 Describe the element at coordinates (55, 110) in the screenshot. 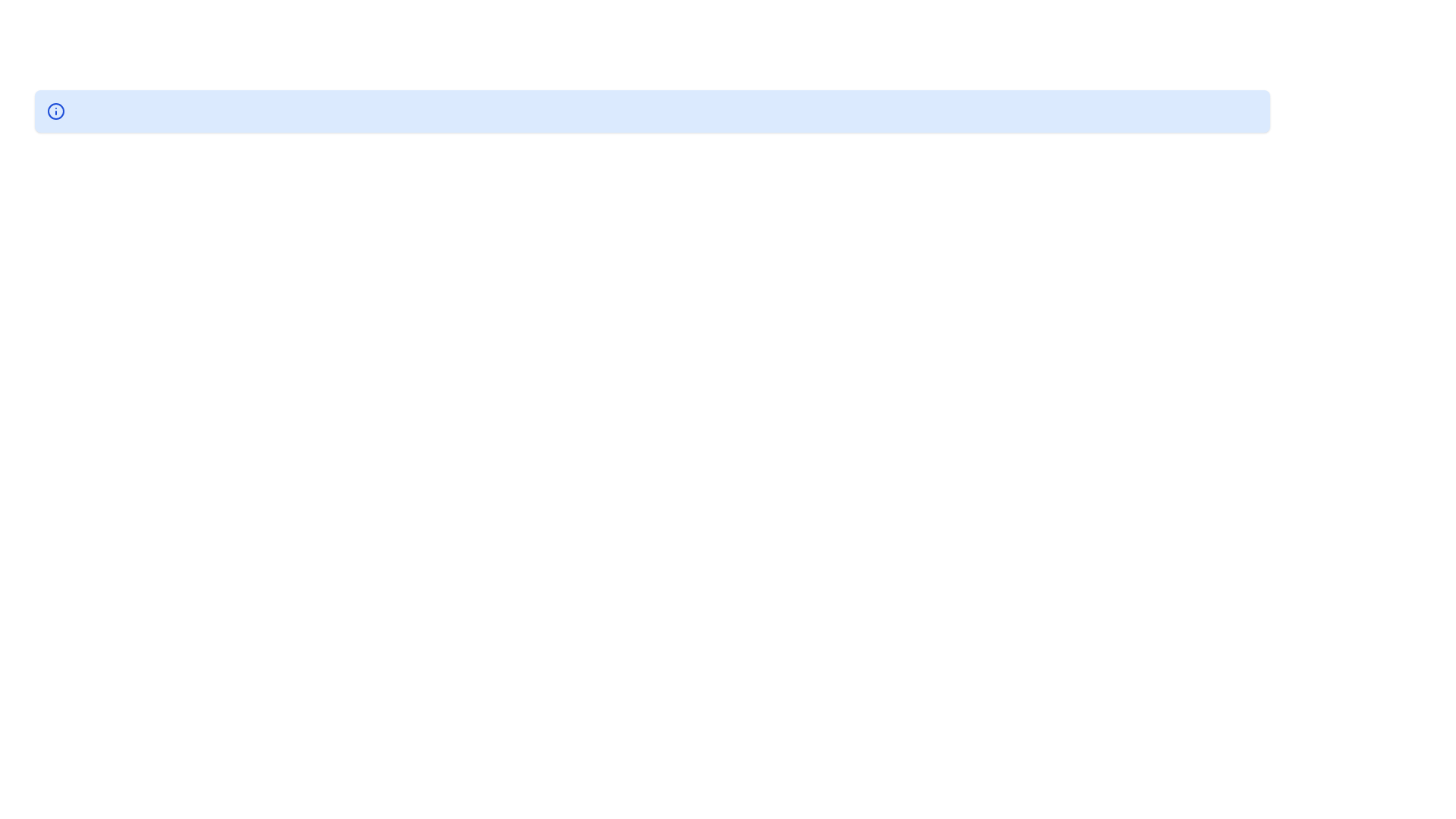

I see `the informational icon located towards the left side of the horizontal bar` at that location.